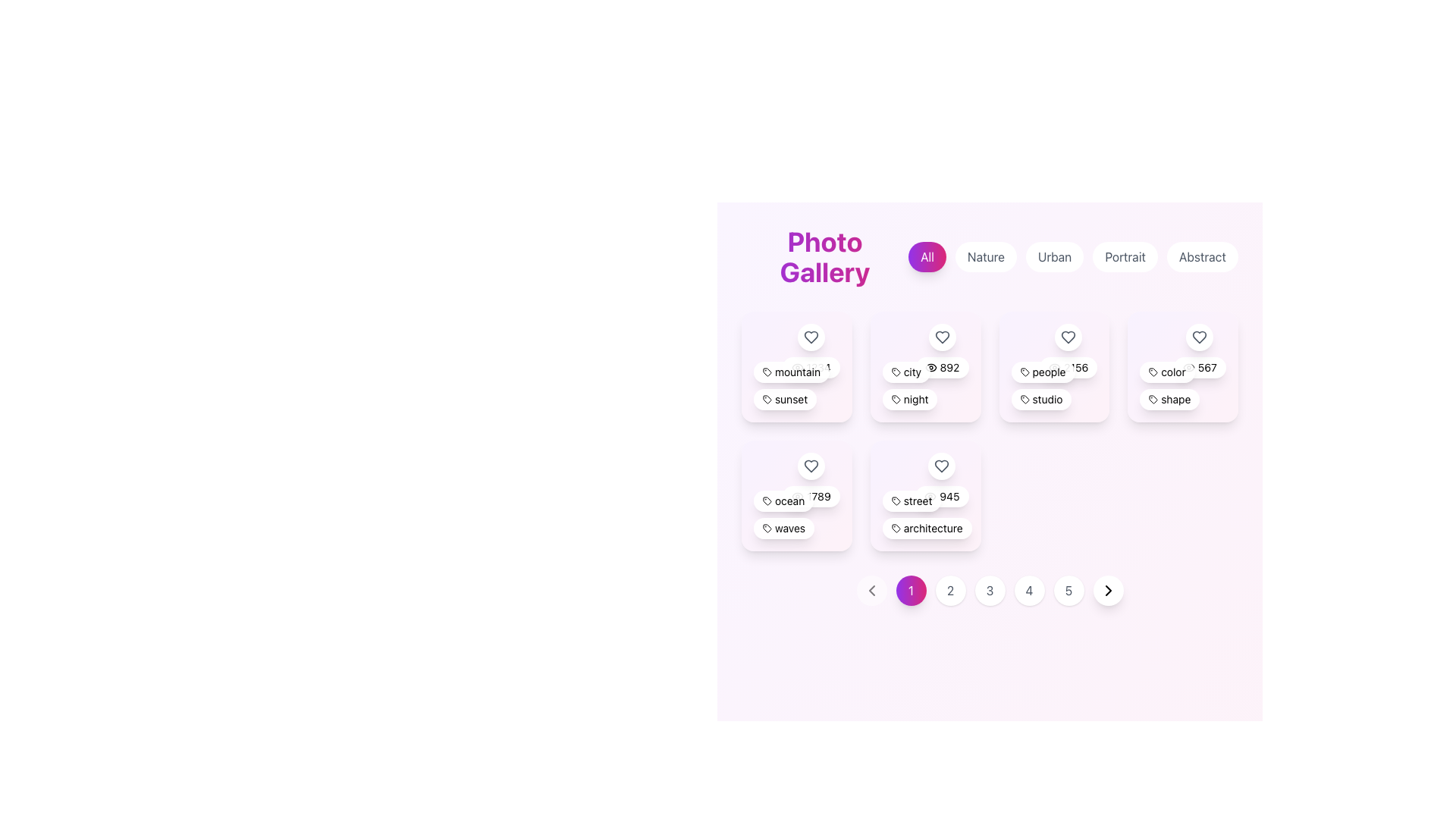 Image resolution: width=1456 pixels, height=819 pixels. Describe the element at coordinates (1199, 350) in the screenshot. I see `the 'like' or 'favorite' button located at the top-right corner of the sixth card in the grid layout to express approval or mark the item as a favorite` at that location.